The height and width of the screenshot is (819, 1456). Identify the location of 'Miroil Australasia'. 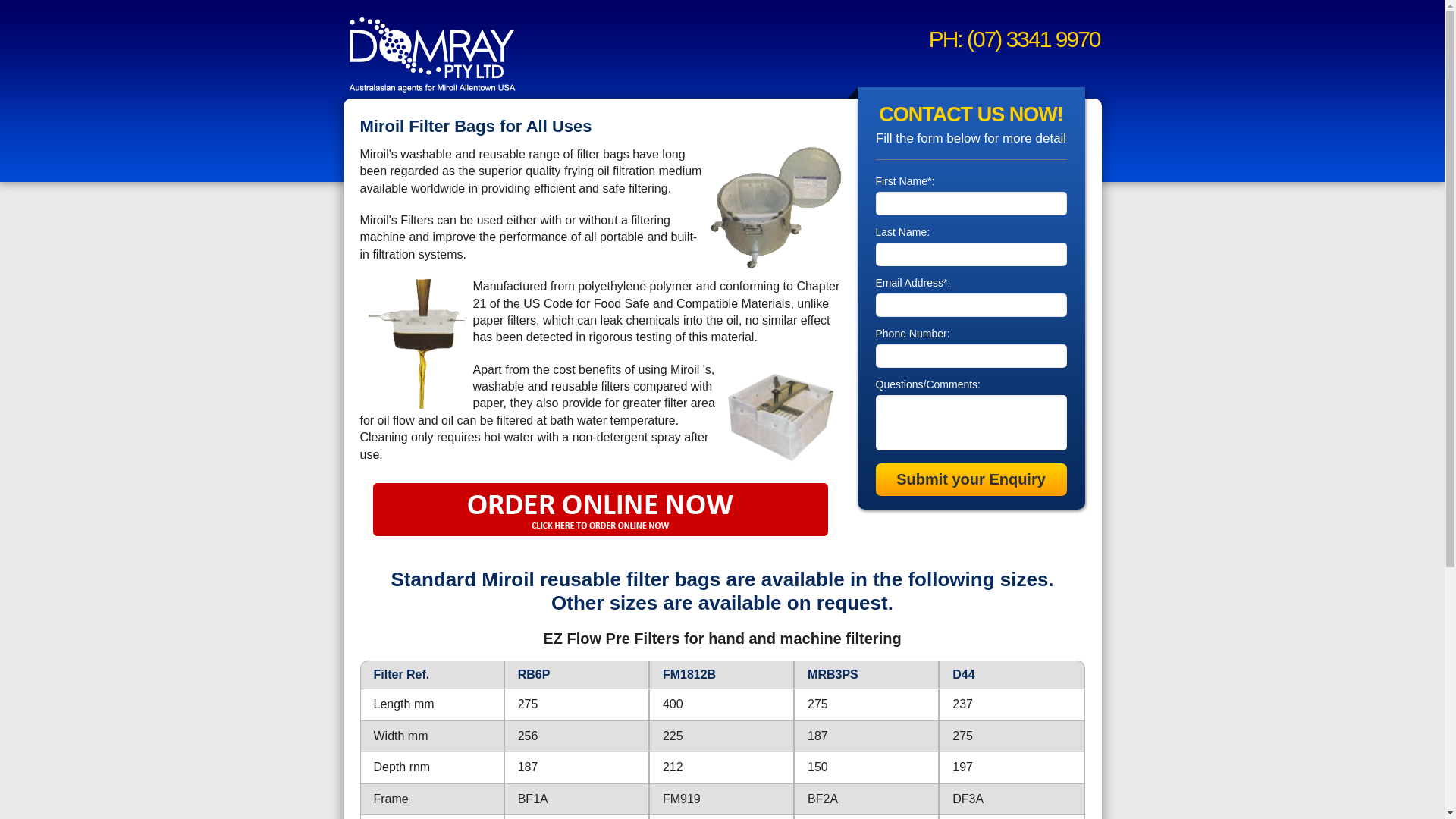
(431, 52).